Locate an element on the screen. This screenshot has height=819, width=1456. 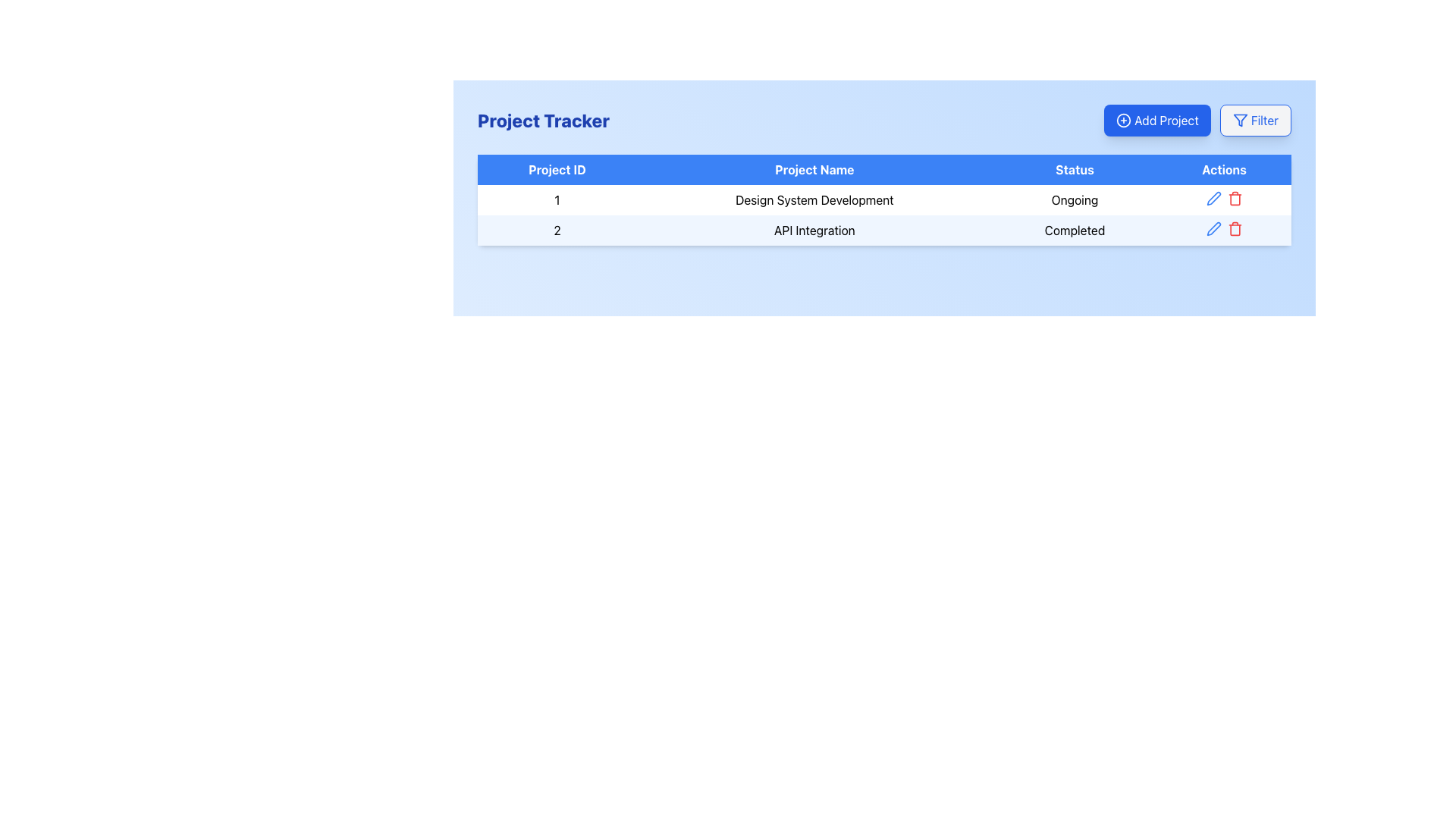
the static text label displaying 'API Integration' located in the 'Project Name' column of the second row (Project ID 2) is located at coordinates (814, 231).